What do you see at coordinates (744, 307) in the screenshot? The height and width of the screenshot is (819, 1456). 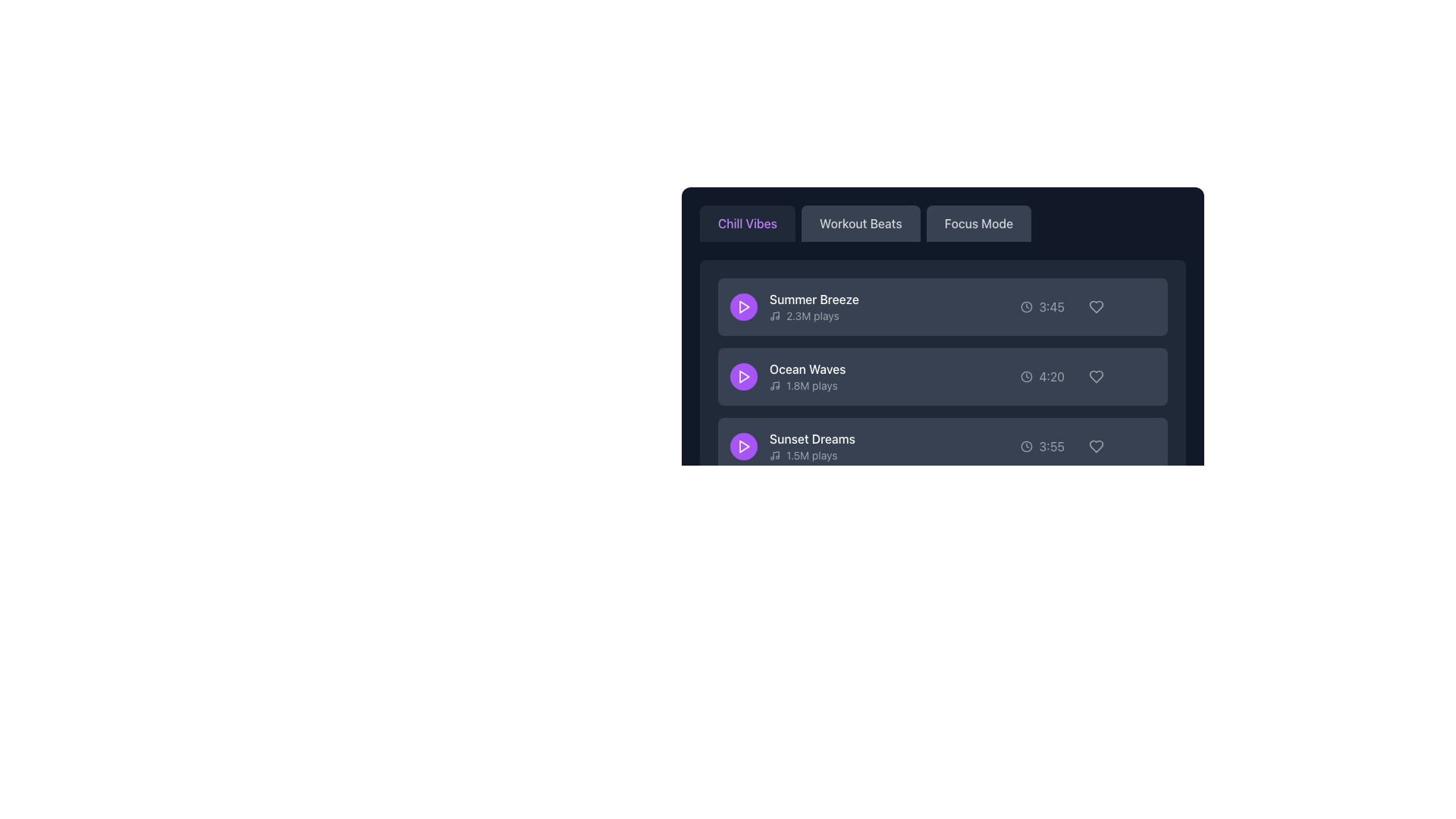 I see `the triangular play icon with a purple background and white outline located beside the track title 'Summer Breeze' to play the associated track` at bounding box center [744, 307].